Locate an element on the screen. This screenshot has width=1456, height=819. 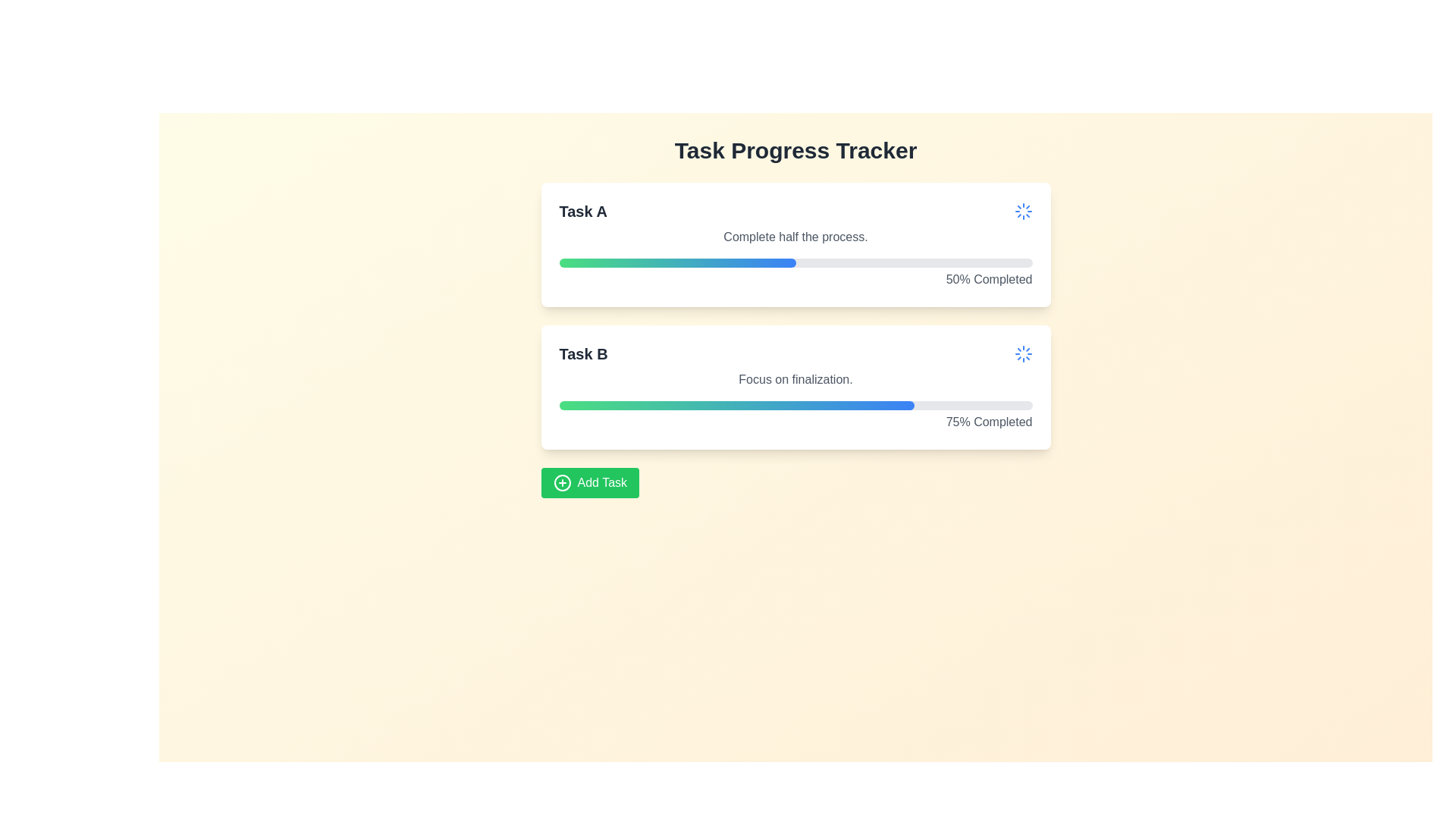
the 'Add New Task' button located below 'Task A' and 'Task B' is located at coordinates (589, 482).